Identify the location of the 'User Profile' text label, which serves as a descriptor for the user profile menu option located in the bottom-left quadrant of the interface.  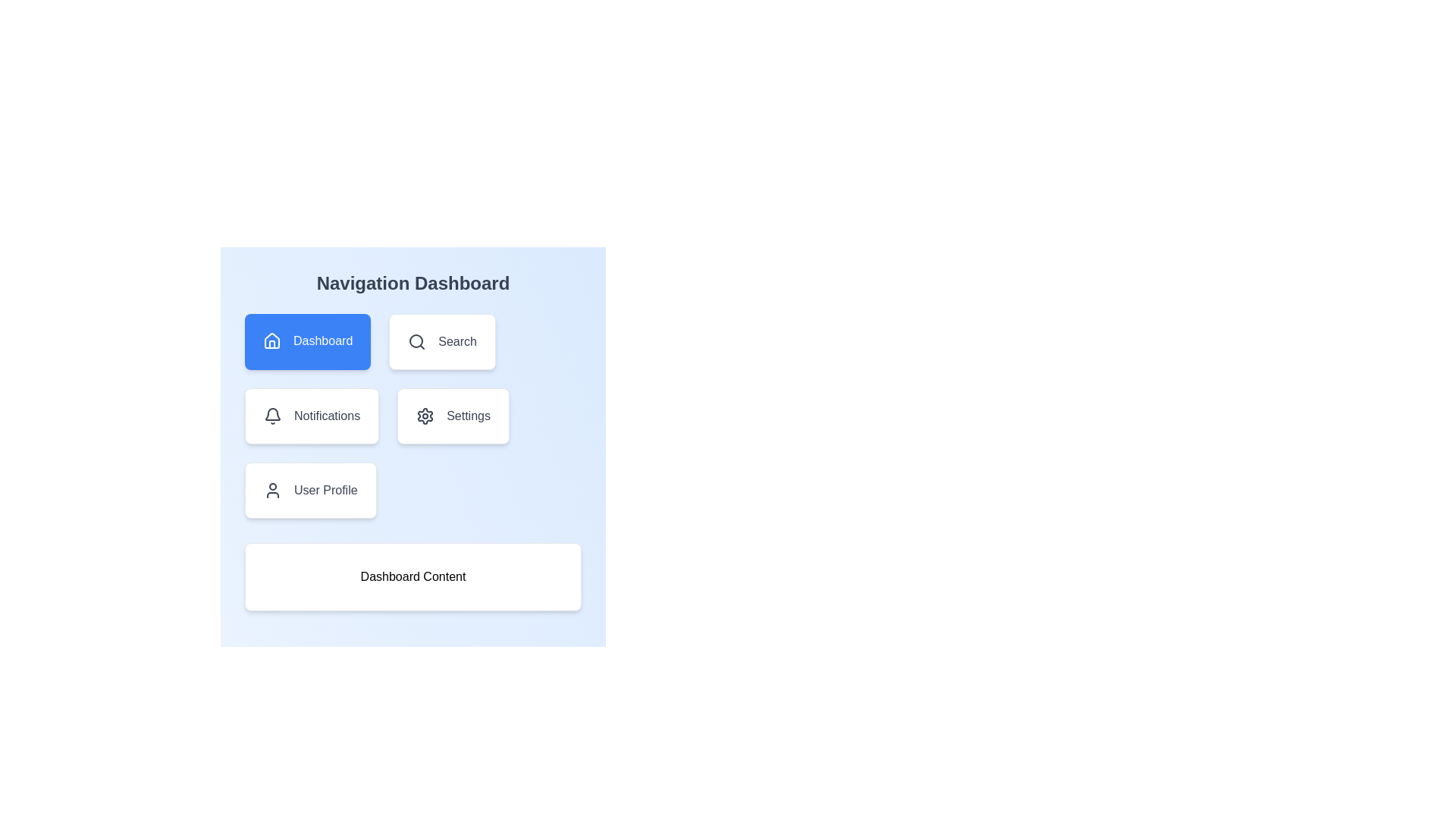
(325, 491).